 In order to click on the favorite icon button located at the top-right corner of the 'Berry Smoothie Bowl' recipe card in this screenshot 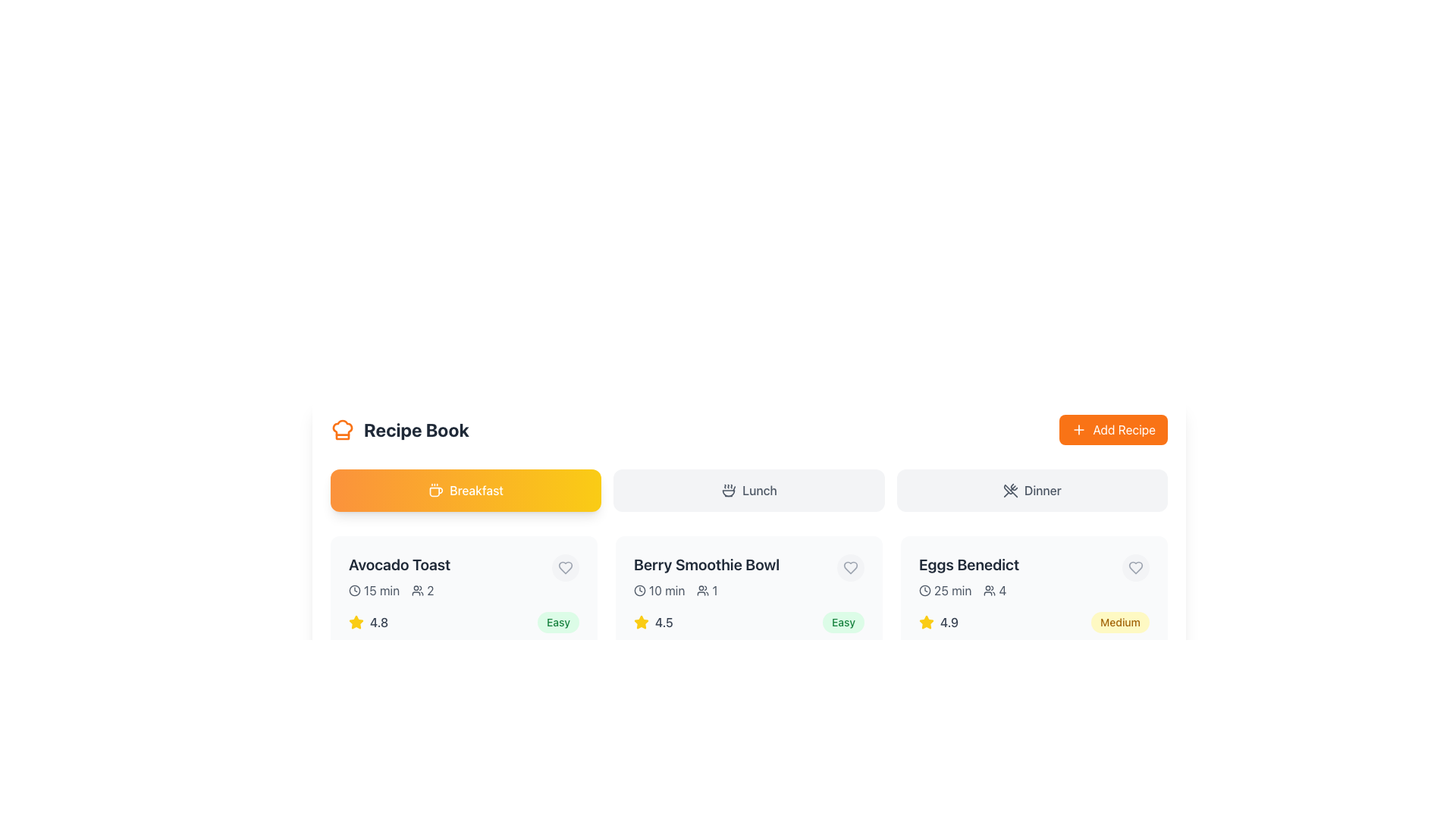, I will do `click(851, 567)`.